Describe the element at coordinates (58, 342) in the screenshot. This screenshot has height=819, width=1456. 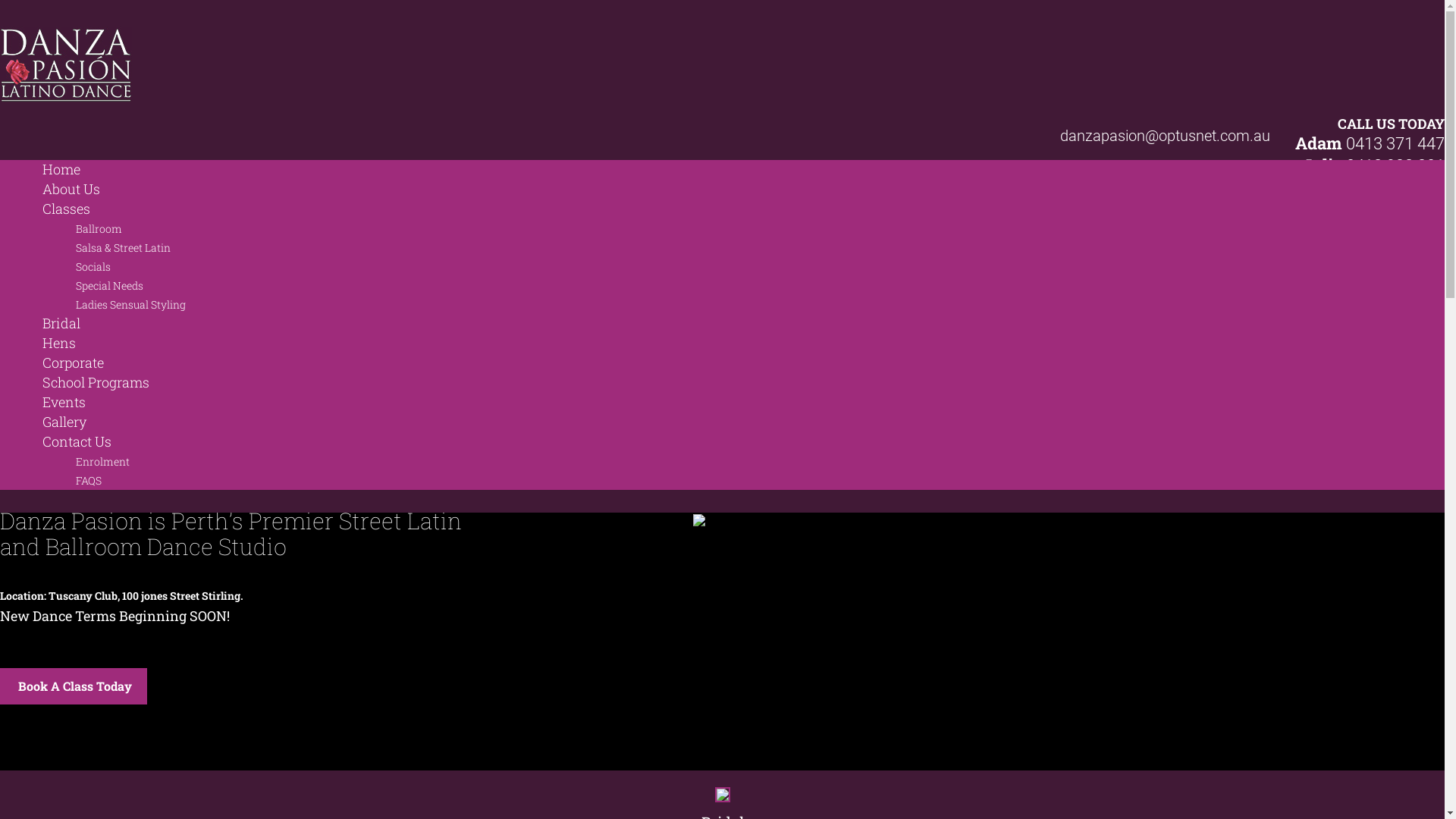
I see `'Hens'` at that location.